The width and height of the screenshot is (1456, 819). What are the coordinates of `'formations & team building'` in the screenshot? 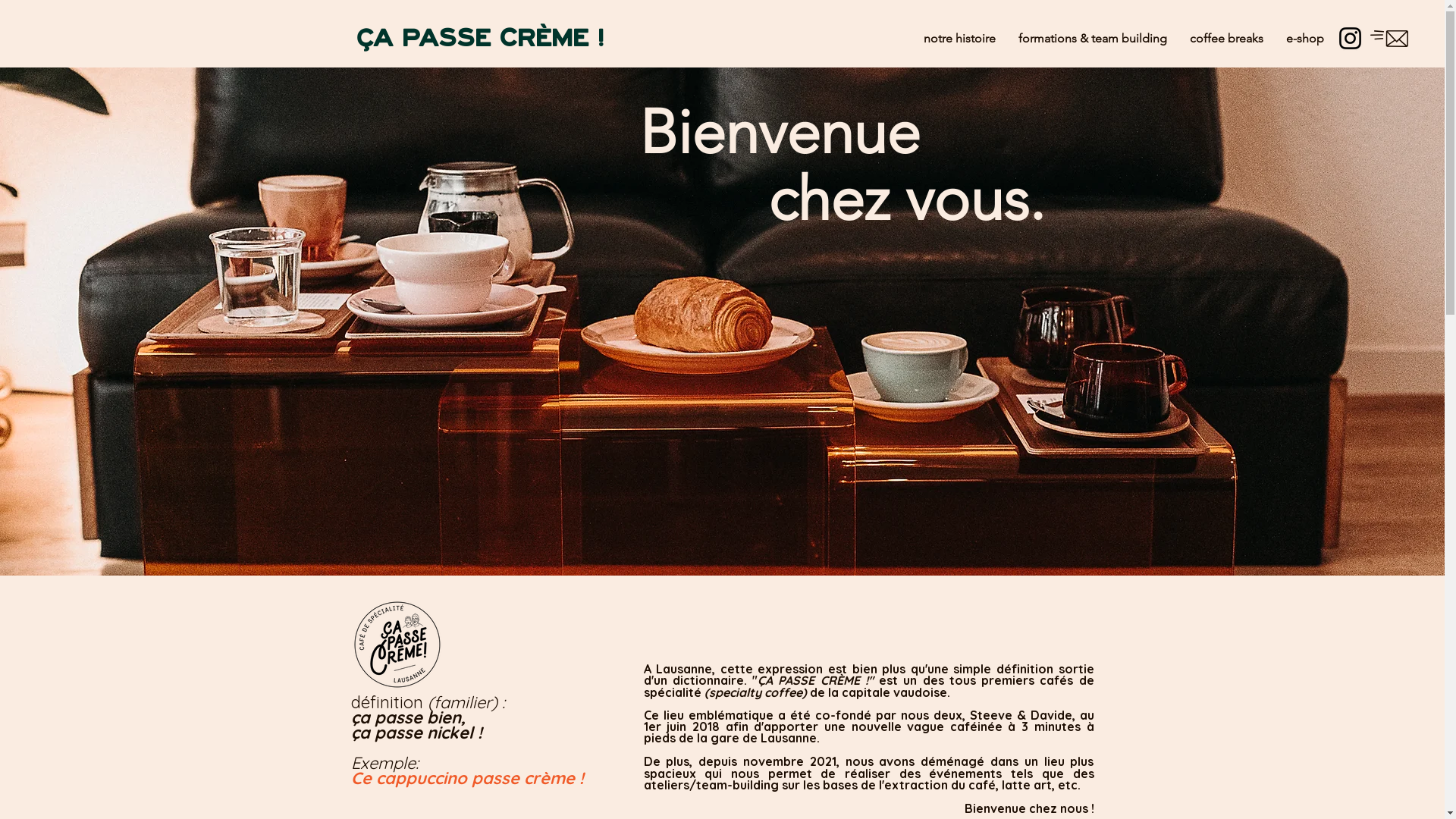 It's located at (1092, 37).